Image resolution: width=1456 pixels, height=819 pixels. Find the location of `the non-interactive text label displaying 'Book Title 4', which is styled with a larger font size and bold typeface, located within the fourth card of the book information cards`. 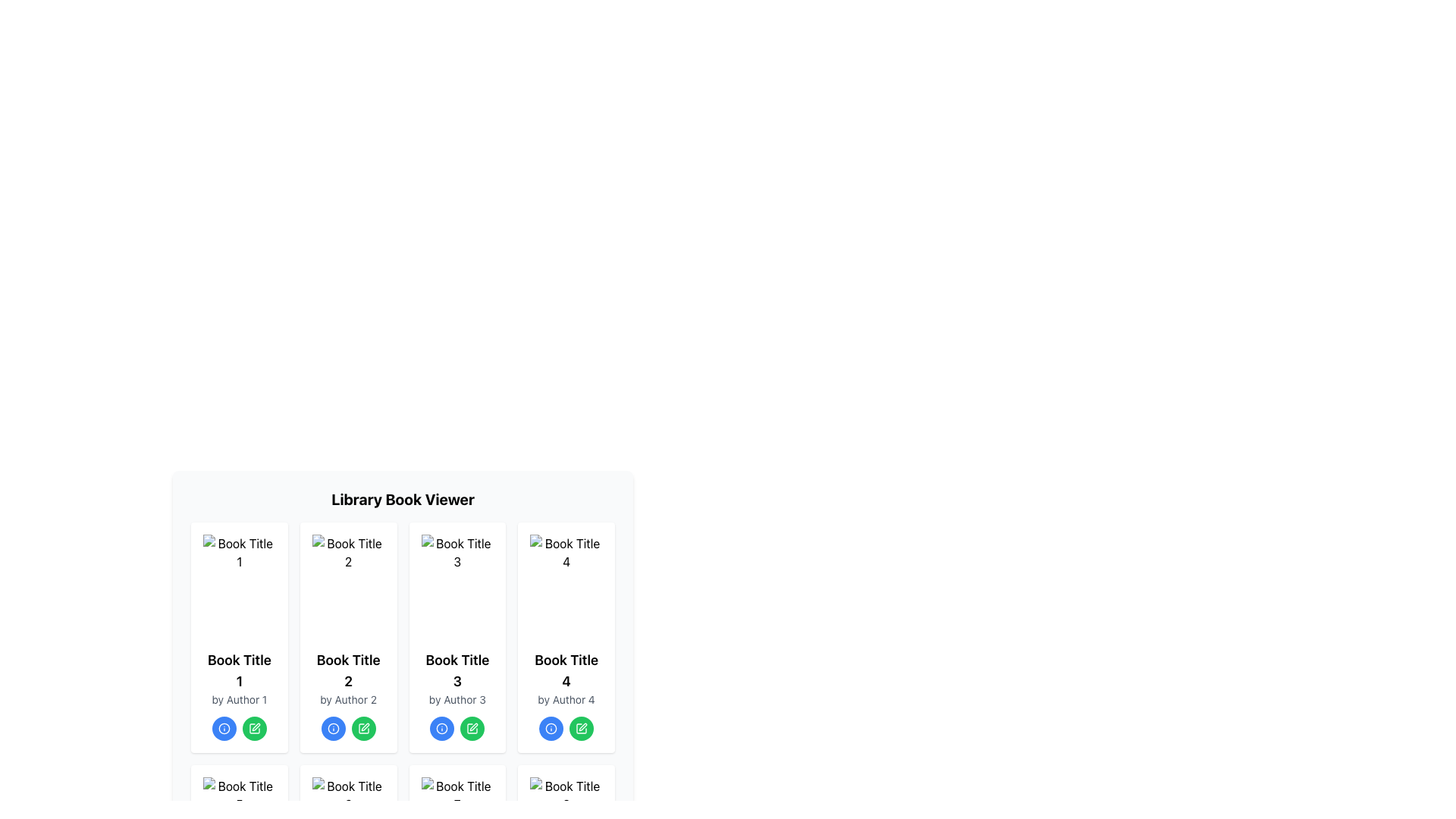

the non-interactive text label displaying 'Book Title 4', which is styled with a larger font size and bold typeface, located within the fourth card of the book information cards is located at coordinates (566, 670).